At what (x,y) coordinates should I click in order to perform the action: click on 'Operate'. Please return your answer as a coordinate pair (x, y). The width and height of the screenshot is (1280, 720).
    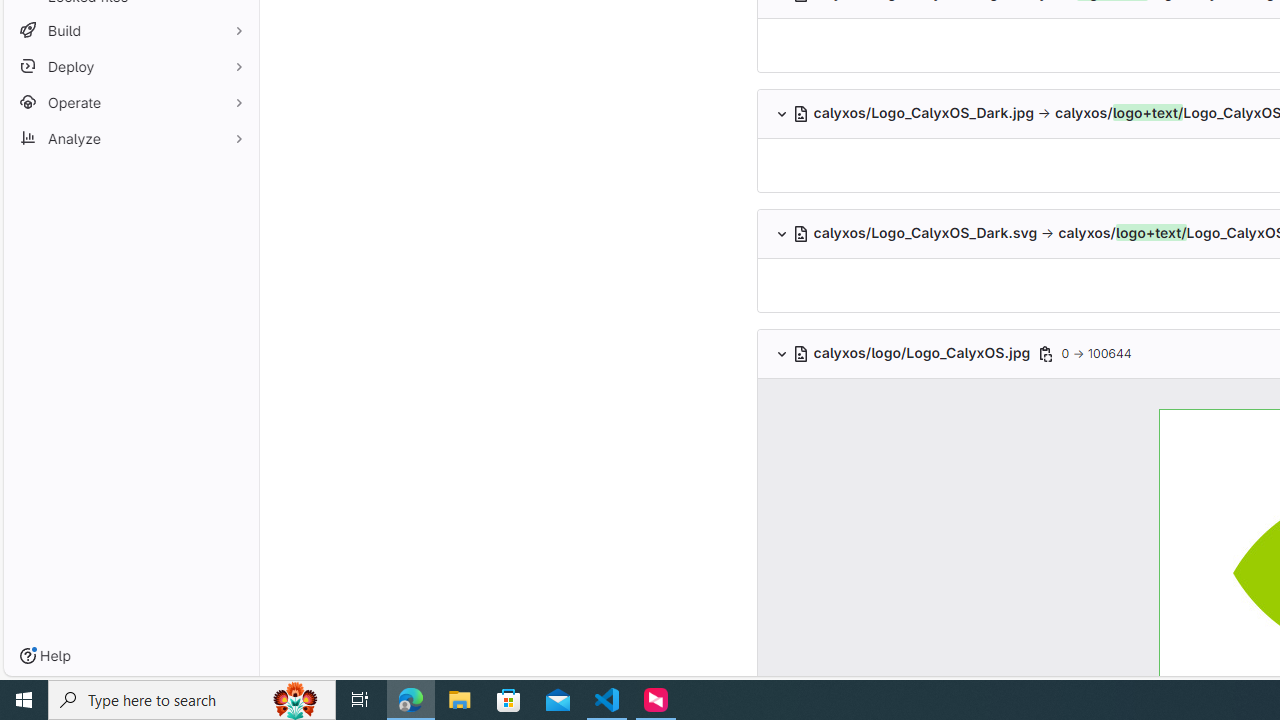
    Looking at the image, I should click on (130, 102).